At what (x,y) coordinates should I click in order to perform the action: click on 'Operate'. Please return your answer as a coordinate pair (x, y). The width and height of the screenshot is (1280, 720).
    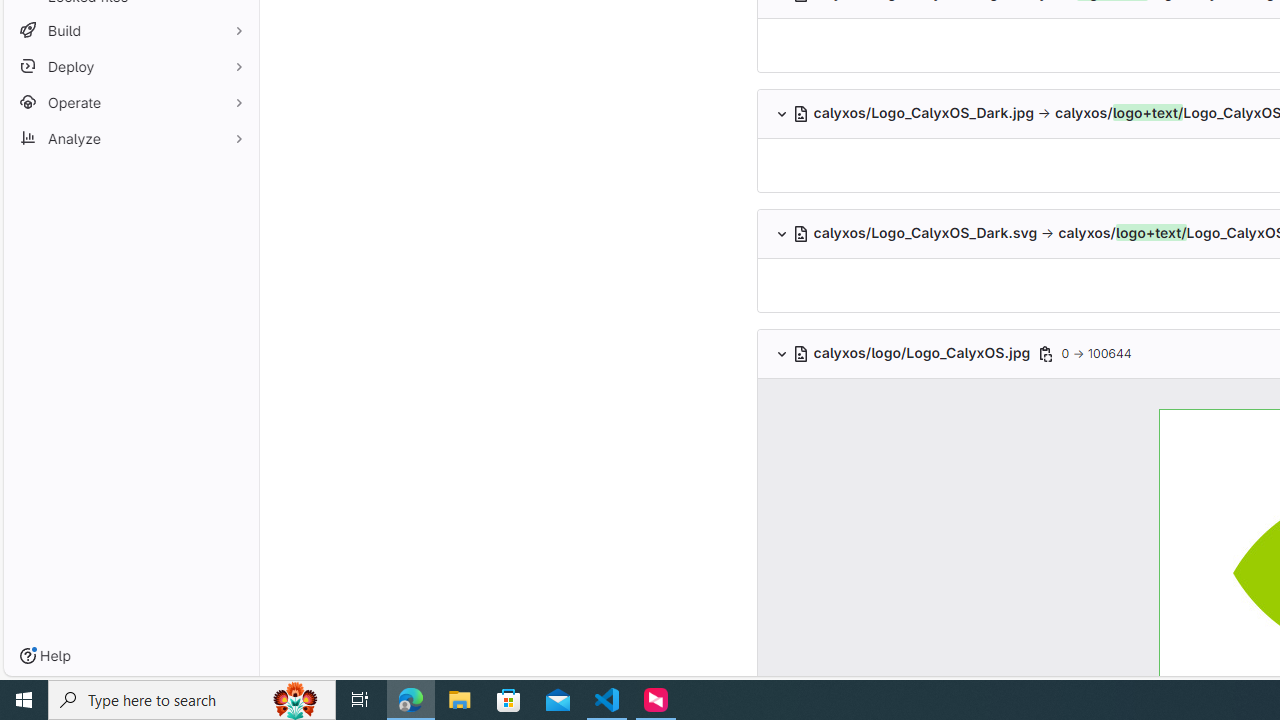
    Looking at the image, I should click on (130, 102).